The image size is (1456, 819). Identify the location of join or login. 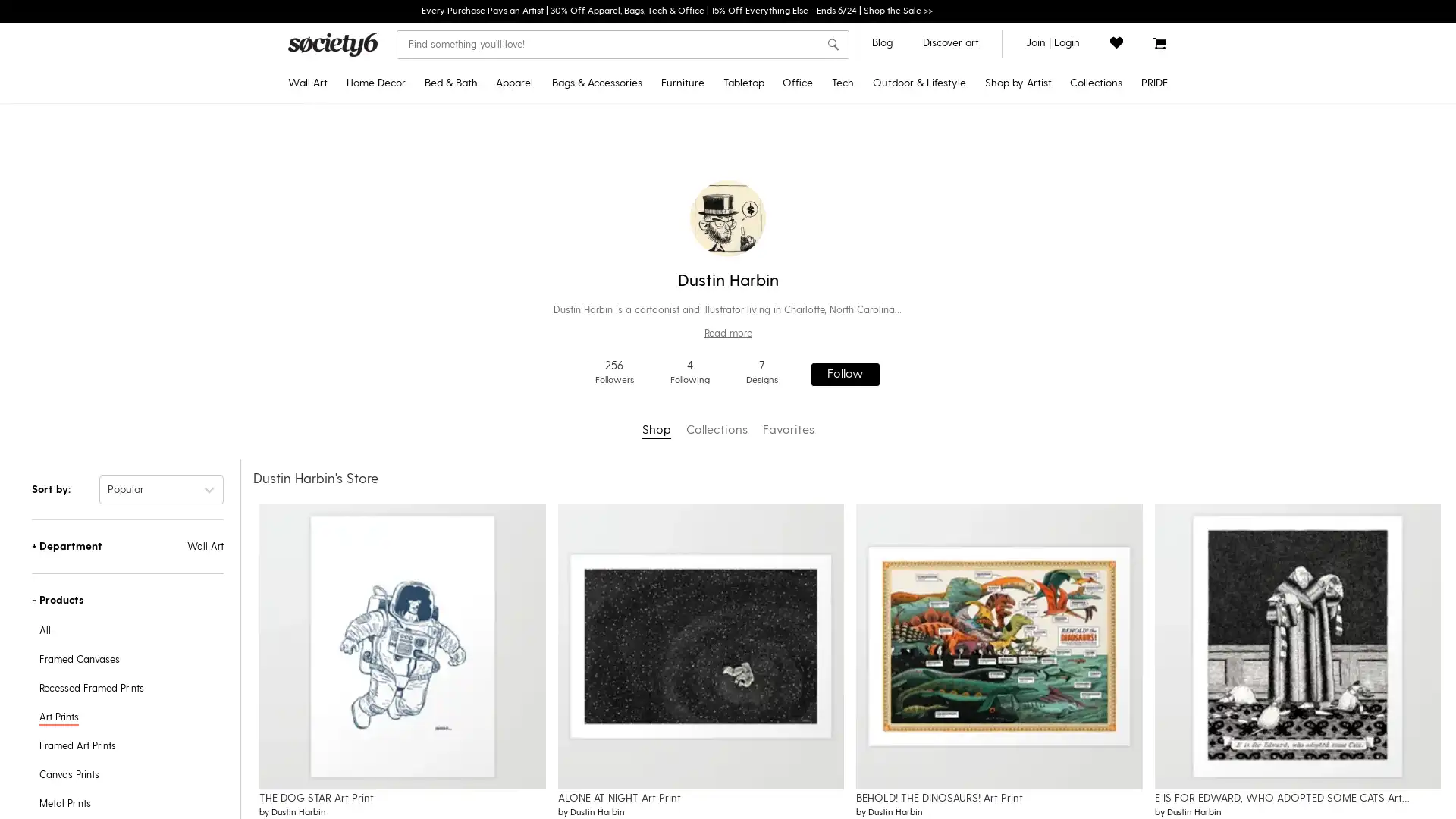
(1052, 42).